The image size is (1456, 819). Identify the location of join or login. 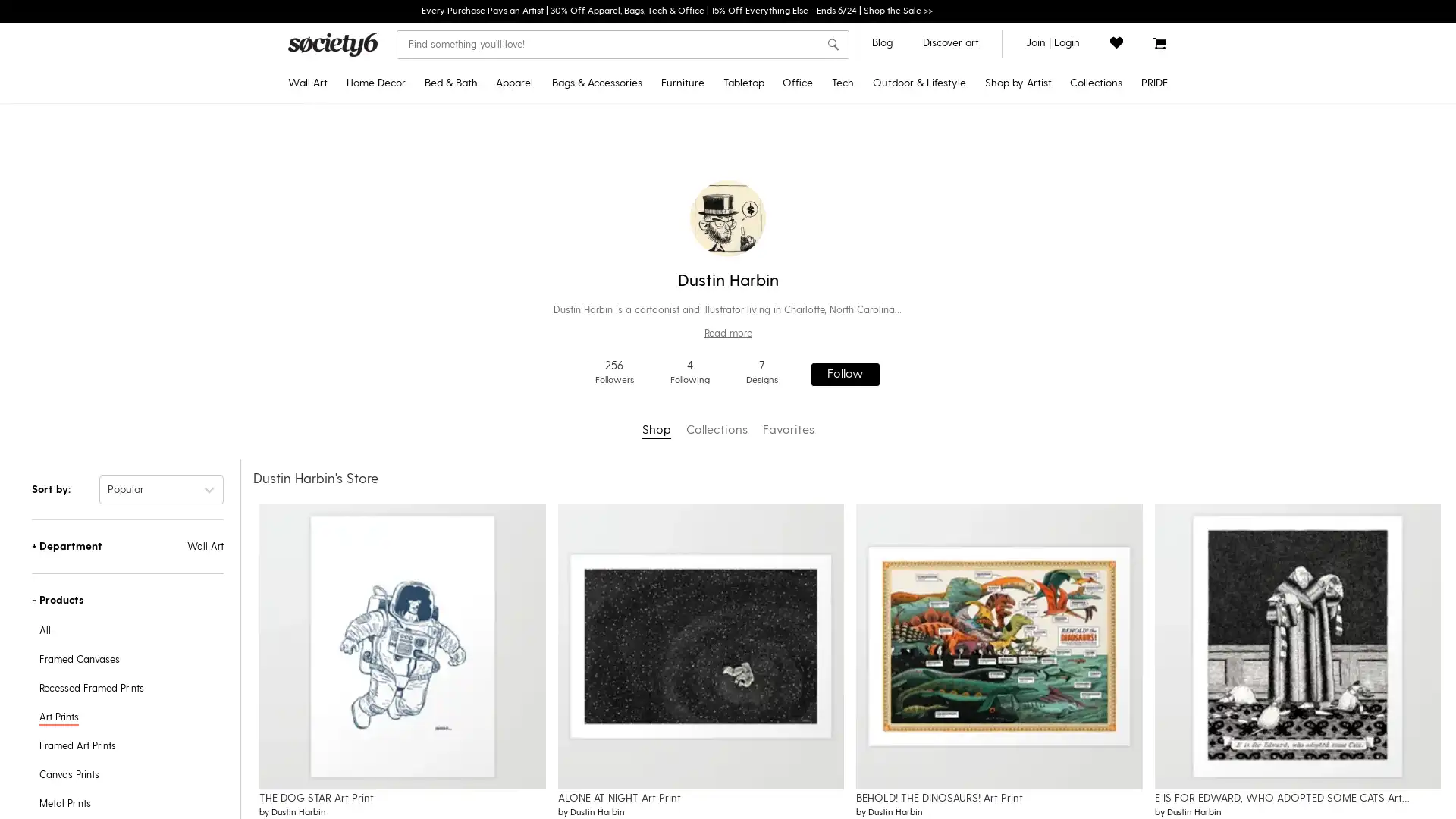
(1052, 42).